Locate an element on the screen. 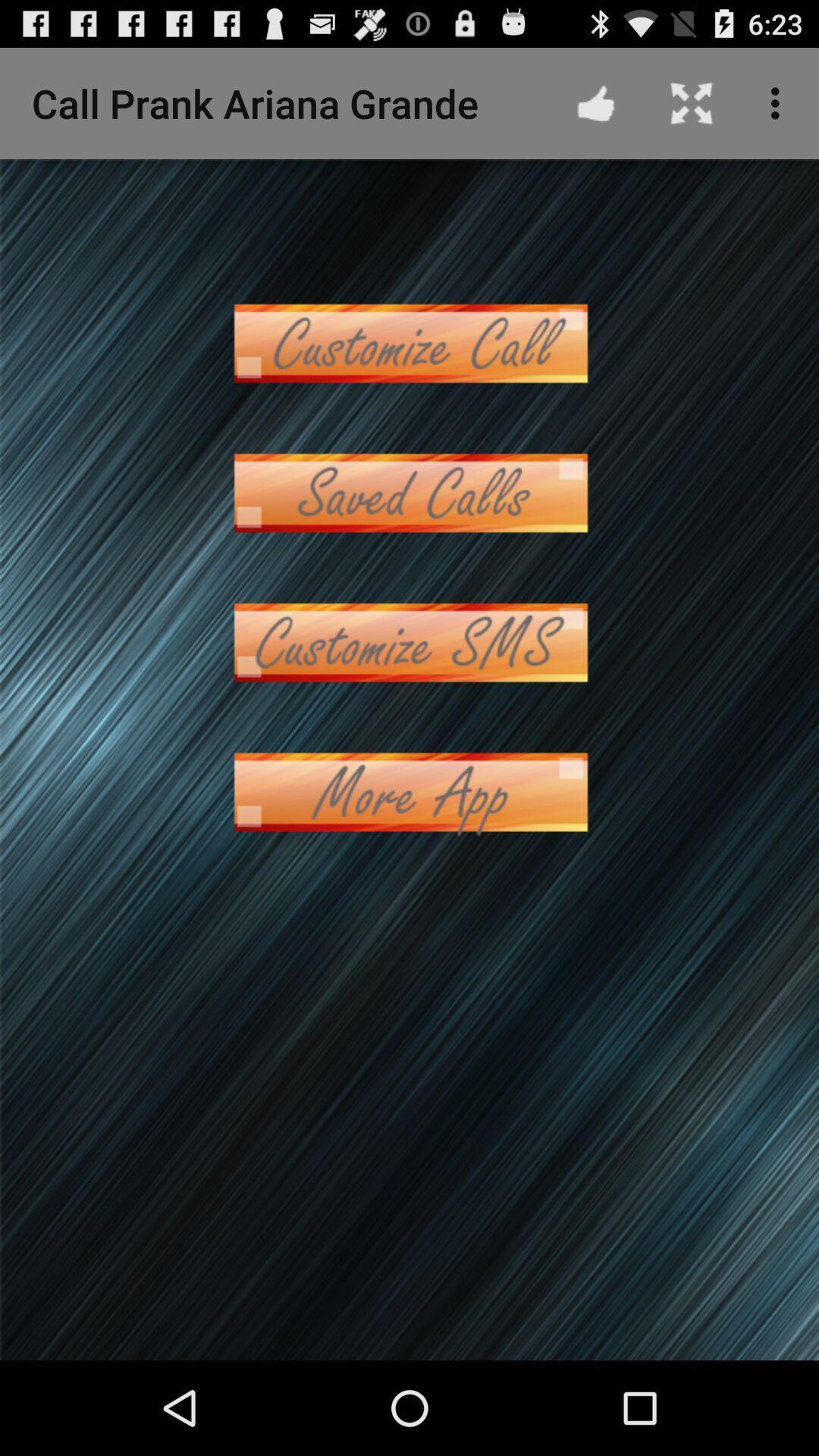 Image resolution: width=819 pixels, height=1456 pixels. the item at the top is located at coordinates (409, 342).